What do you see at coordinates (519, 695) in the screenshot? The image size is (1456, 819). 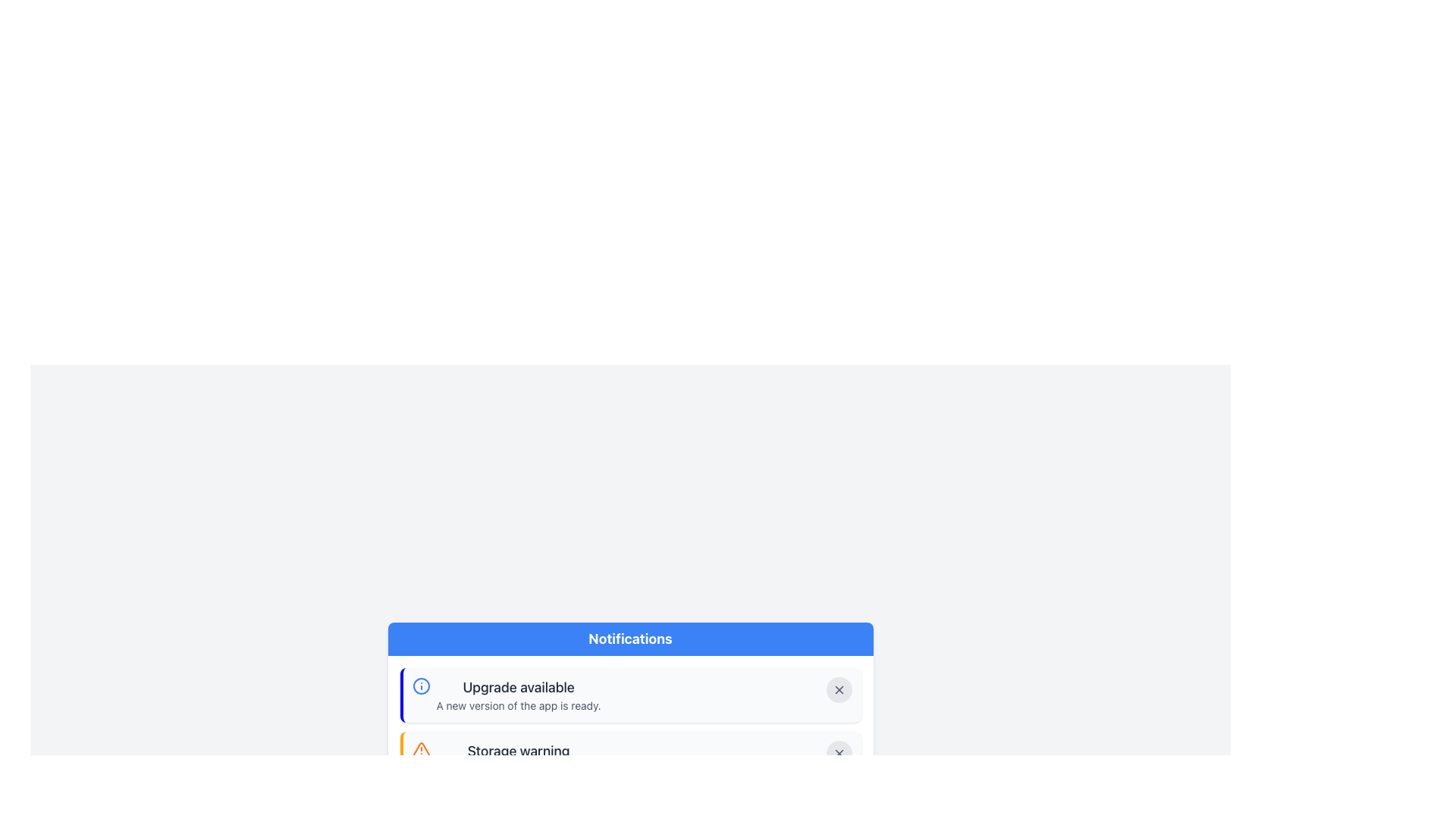 I see `the interactive Notification Text located below the 'Notifications' header in the uppermost notification card` at bounding box center [519, 695].